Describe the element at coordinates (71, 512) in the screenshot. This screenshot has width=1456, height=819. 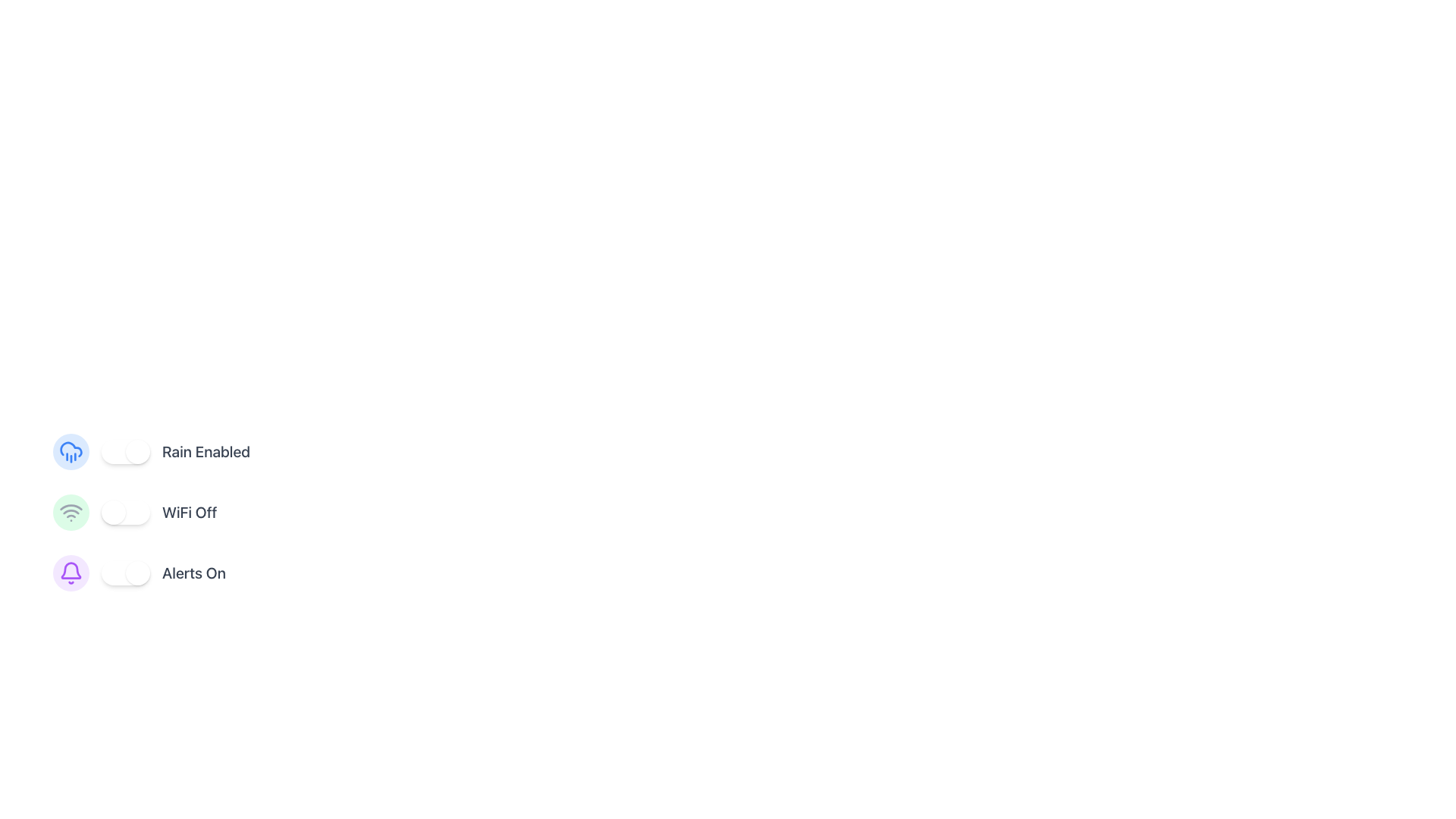
I see `the second arc of the WiFi signal icon, which is an outlined semi-circle positioned to the left of the 'WiFi Off' label` at that location.